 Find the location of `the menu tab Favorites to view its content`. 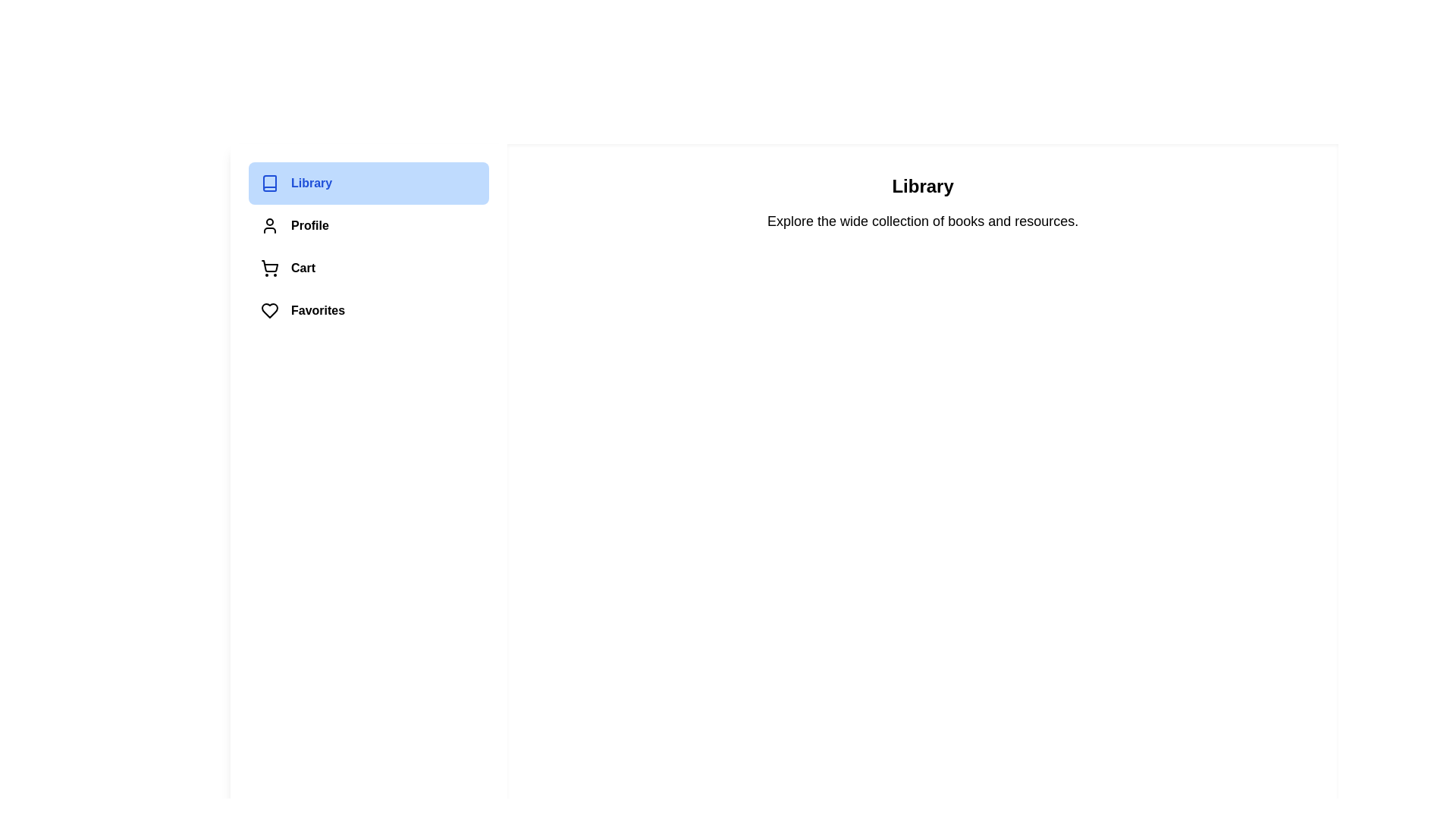

the menu tab Favorites to view its content is located at coordinates (368, 309).